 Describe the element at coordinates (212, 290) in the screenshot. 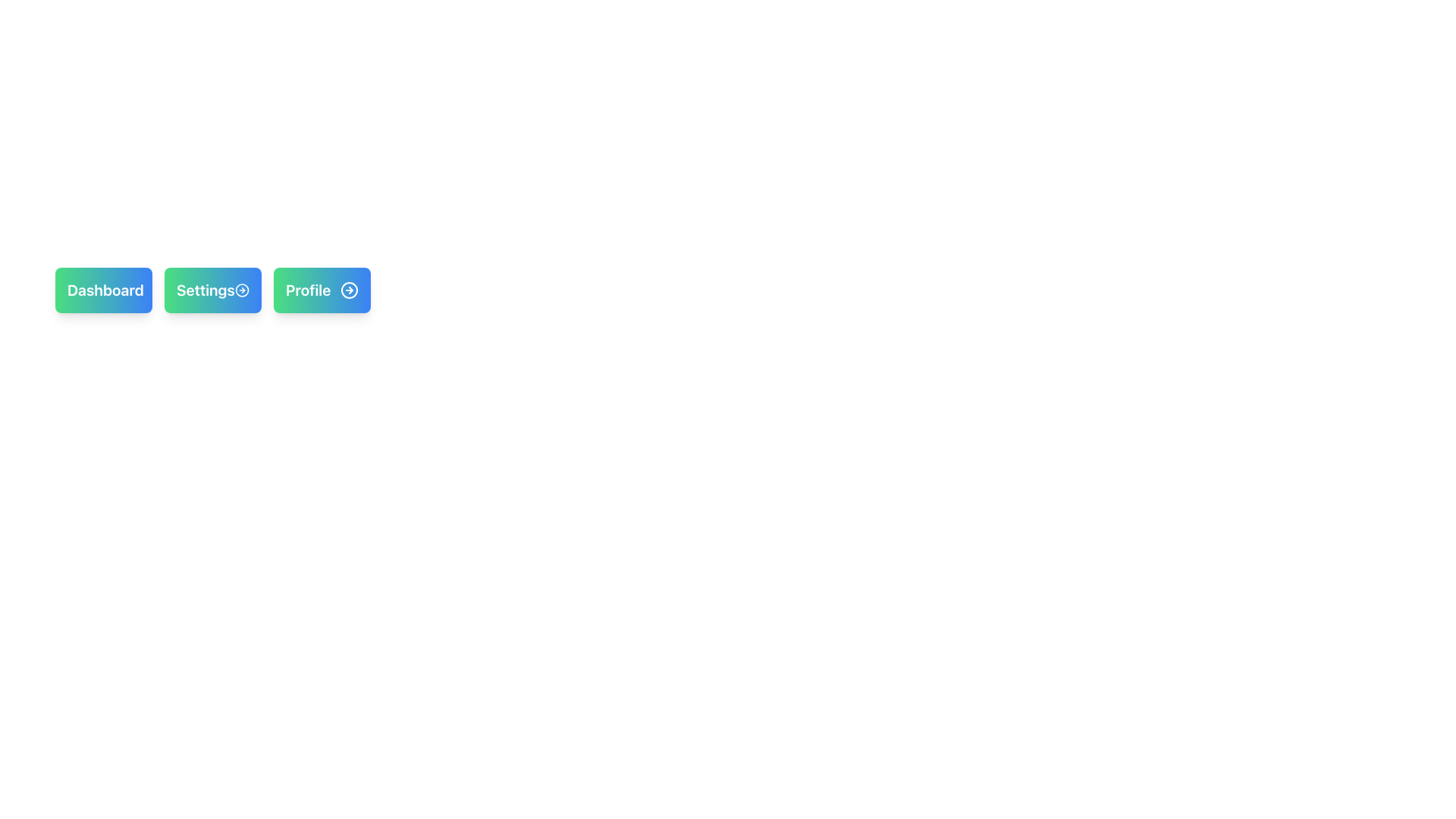

I see `the 'Settings' button in the center of the button-like grid, which is the second item in a three-column layout` at that location.